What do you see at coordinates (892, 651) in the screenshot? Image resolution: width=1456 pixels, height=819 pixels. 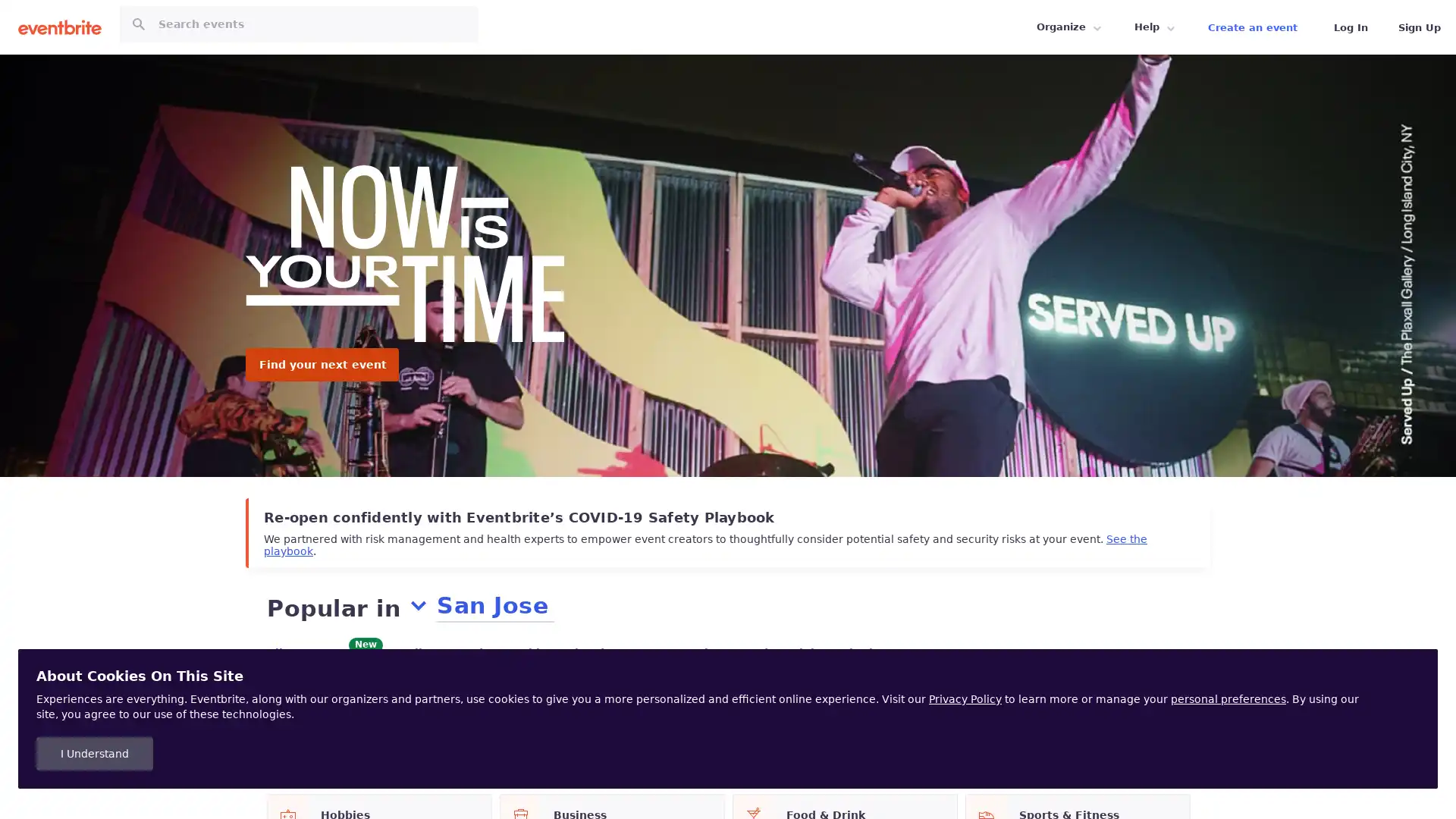 I see `Charity & Causes` at bounding box center [892, 651].